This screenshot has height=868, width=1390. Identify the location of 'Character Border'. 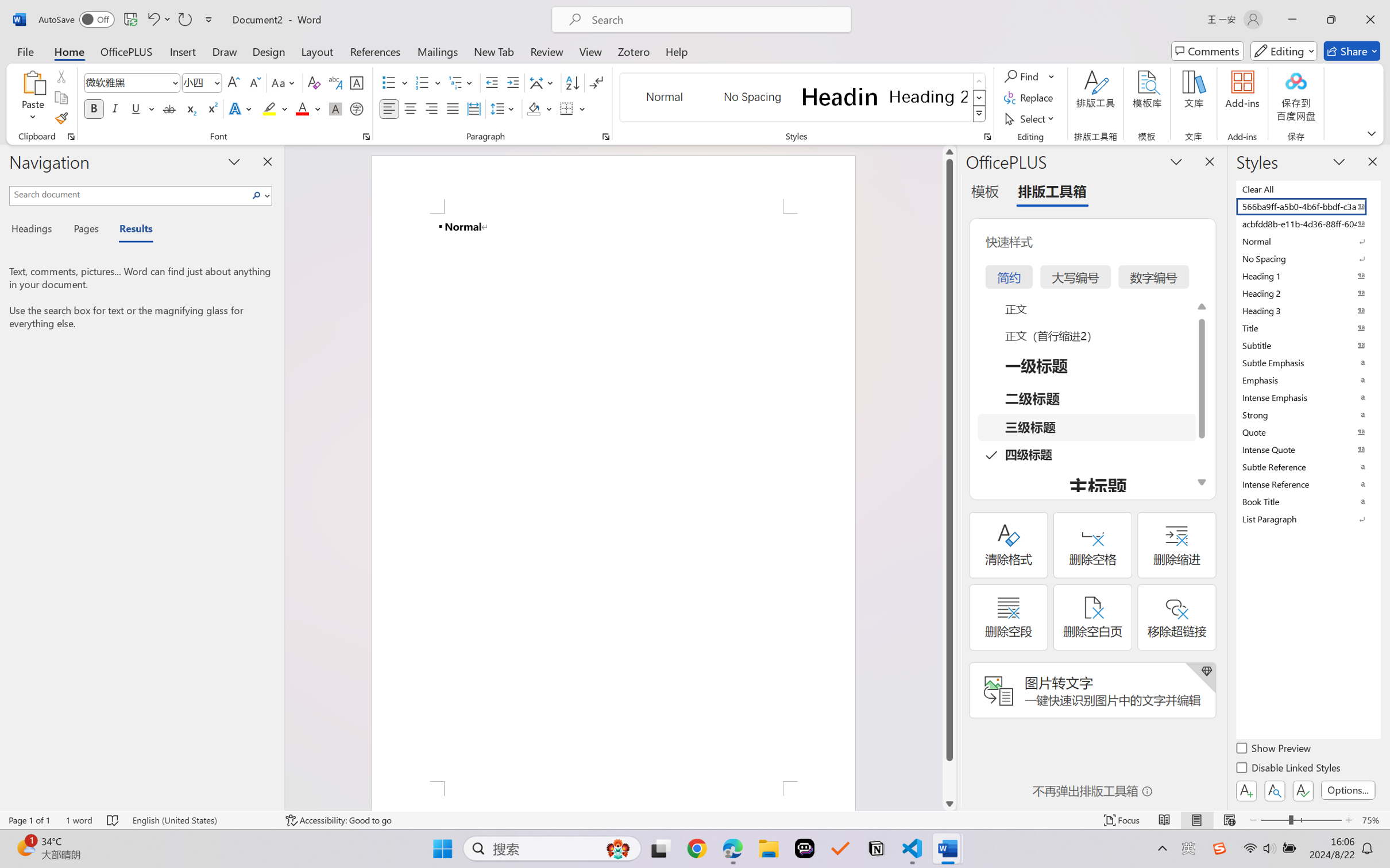
(357, 83).